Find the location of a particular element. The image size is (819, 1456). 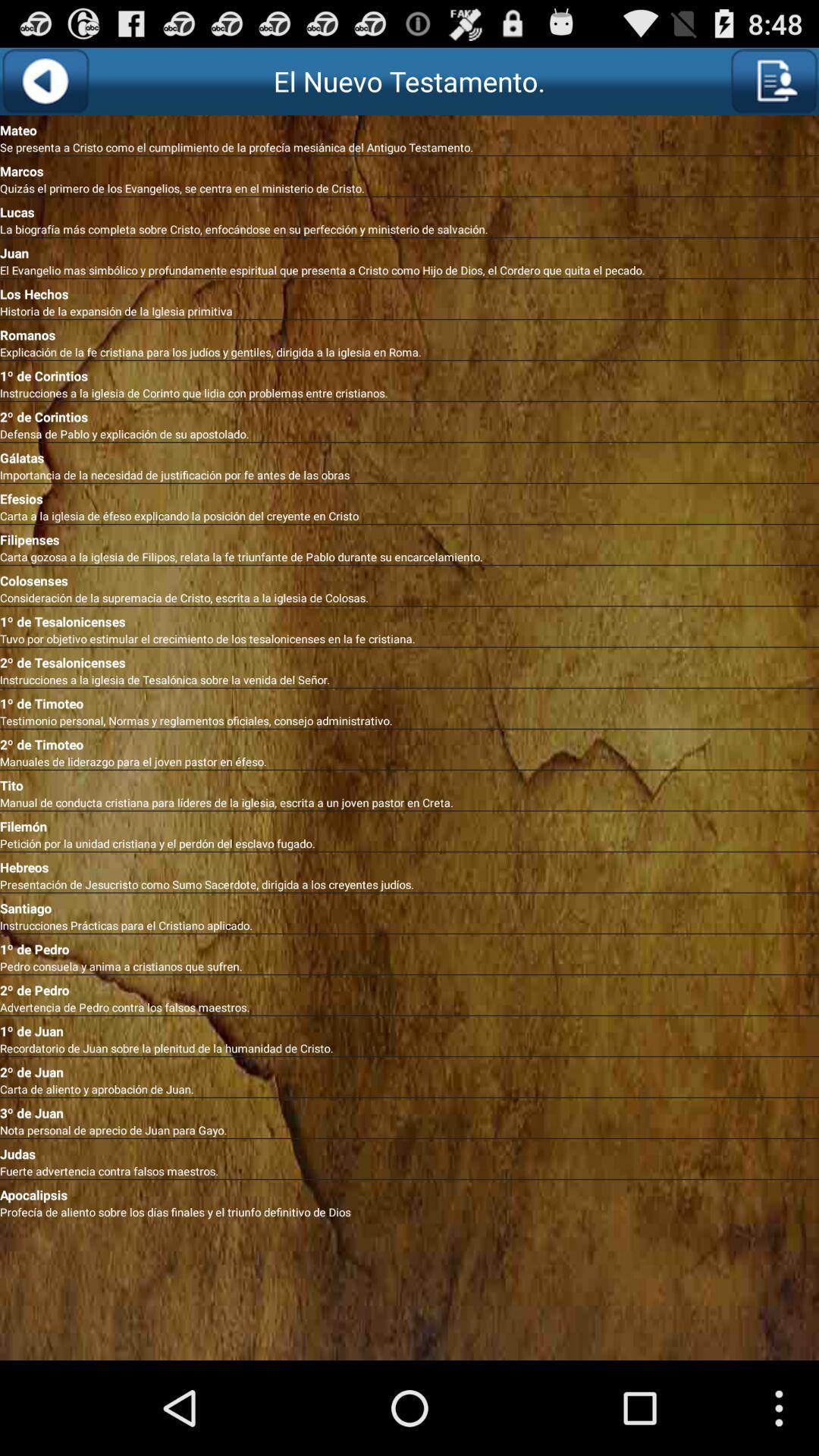

the app above the carta a la item is located at coordinates (409, 495).